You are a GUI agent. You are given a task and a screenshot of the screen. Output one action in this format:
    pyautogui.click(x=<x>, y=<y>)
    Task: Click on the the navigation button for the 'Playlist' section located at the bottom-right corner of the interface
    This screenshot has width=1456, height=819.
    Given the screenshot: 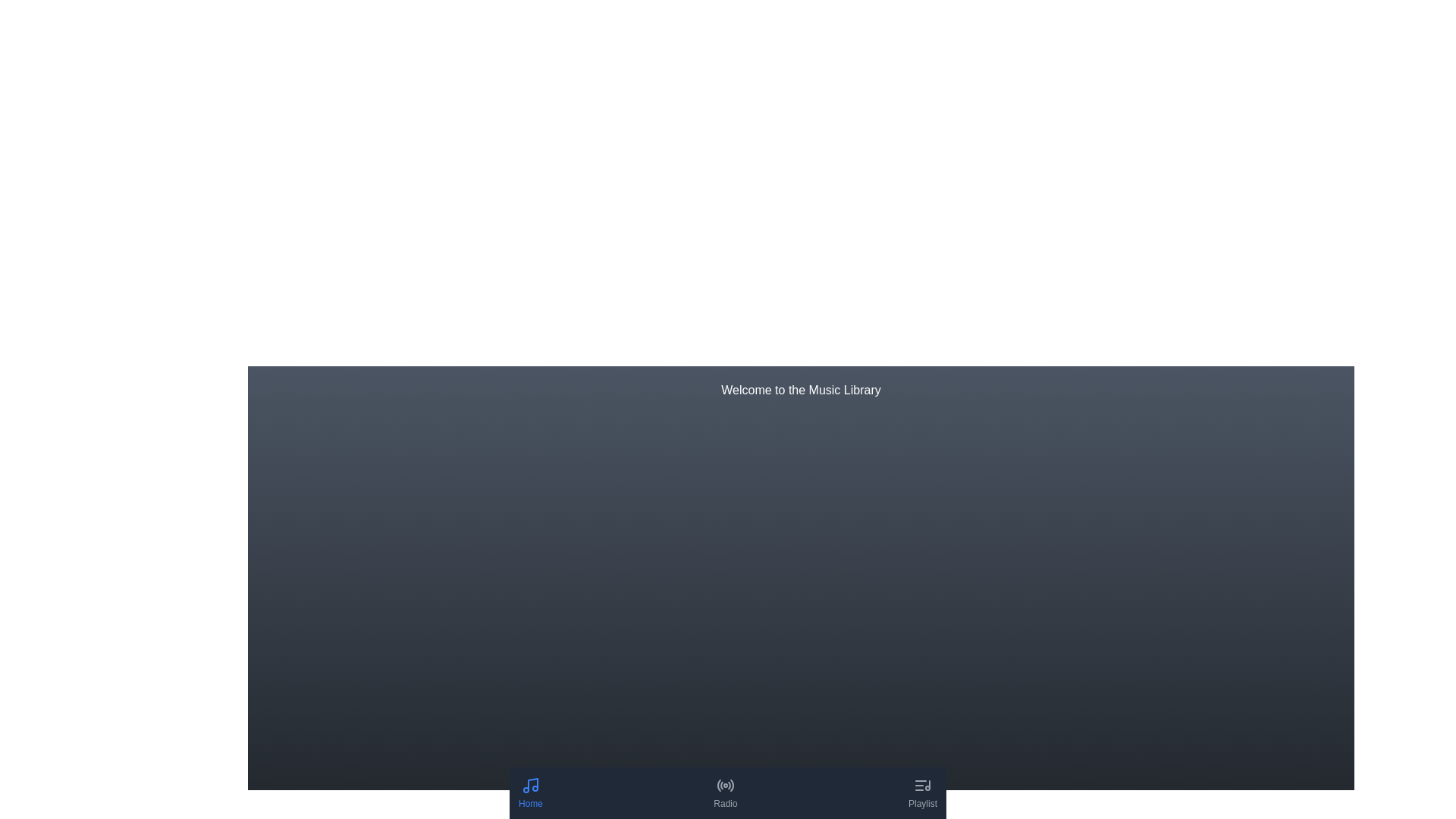 What is the action you would take?
    pyautogui.click(x=921, y=792)
    